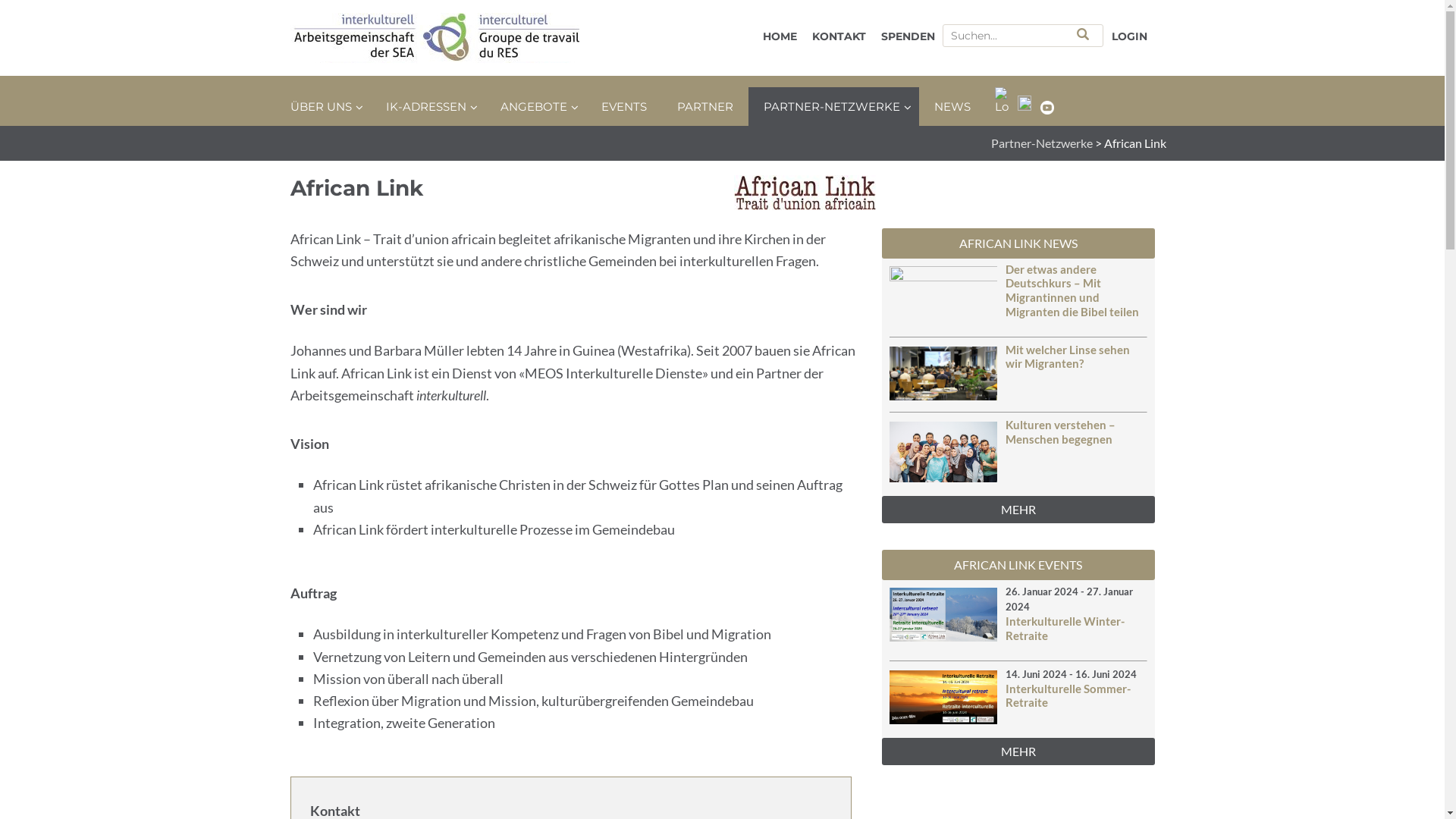 The image size is (1456, 819). What do you see at coordinates (874, 35) in the screenshot?
I see `'SPENDEN'` at bounding box center [874, 35].